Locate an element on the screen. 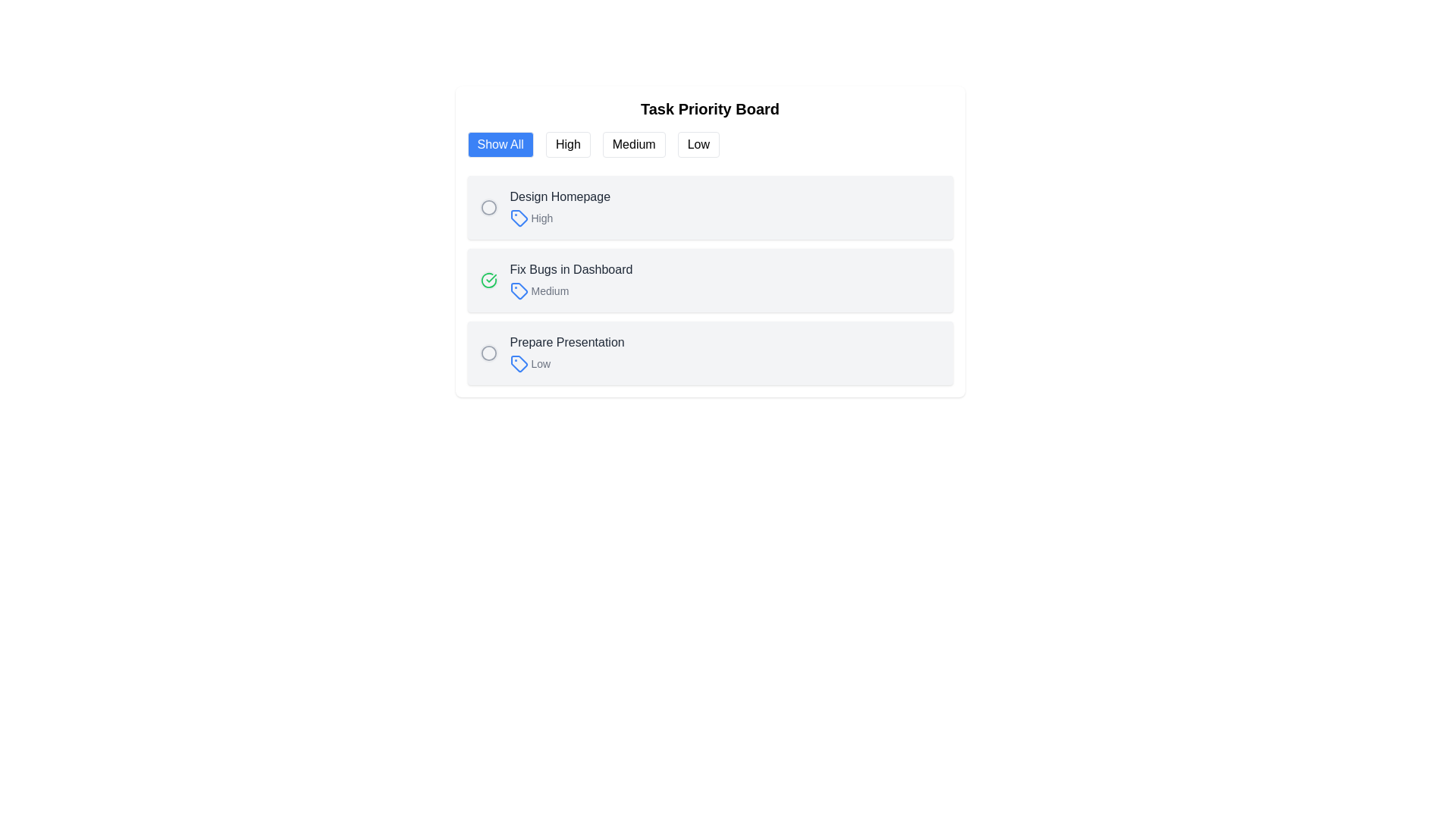  the checkbox for the task 'Prepare Presentation Low' located in the third row of the task list is located at coordinates (488, 353).